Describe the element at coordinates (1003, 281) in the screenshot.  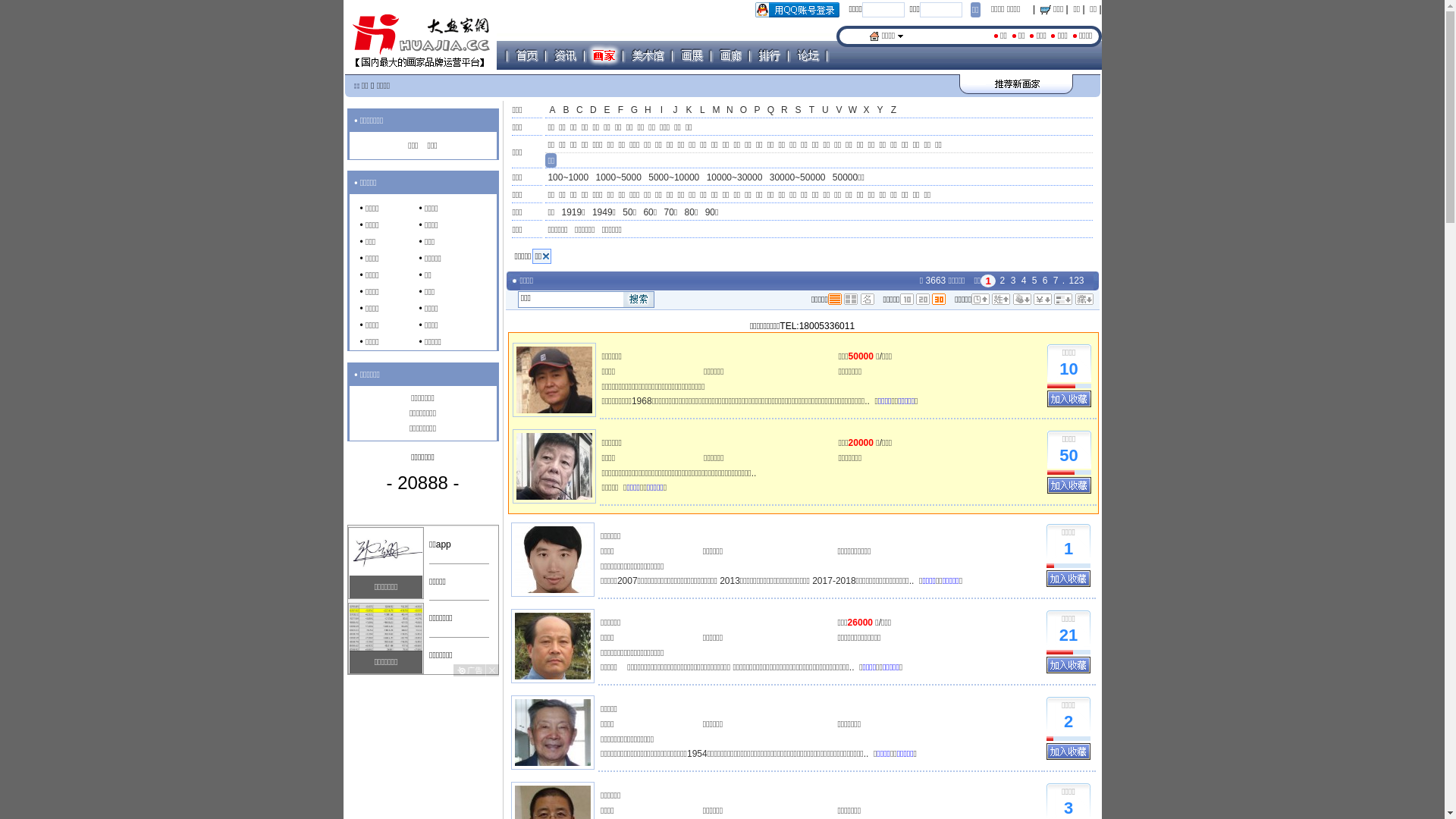
I see `'2'` at that location.